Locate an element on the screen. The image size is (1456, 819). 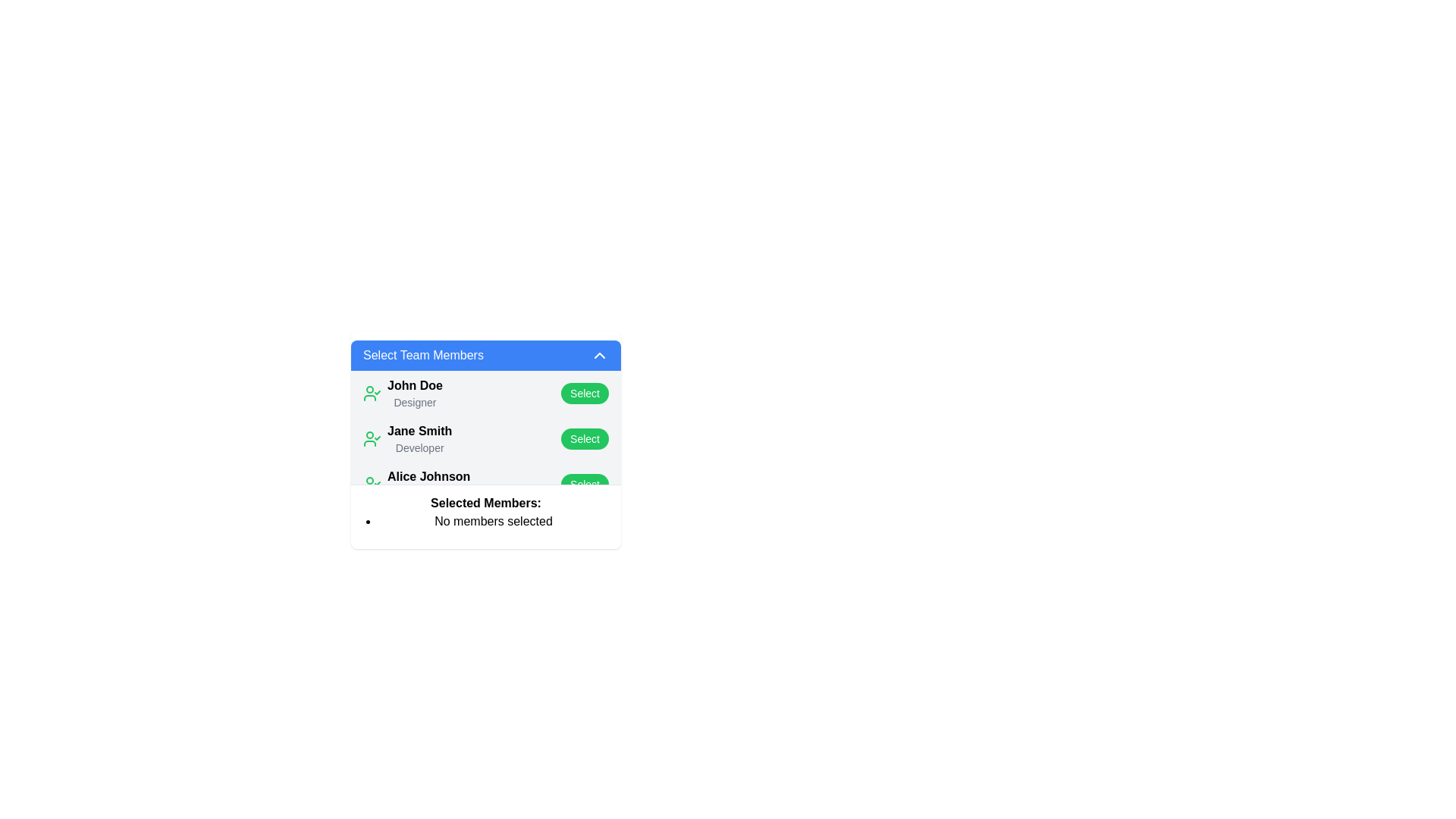
the button located to the right of 'John Doe Designer' is located at coordinates (584, 393).